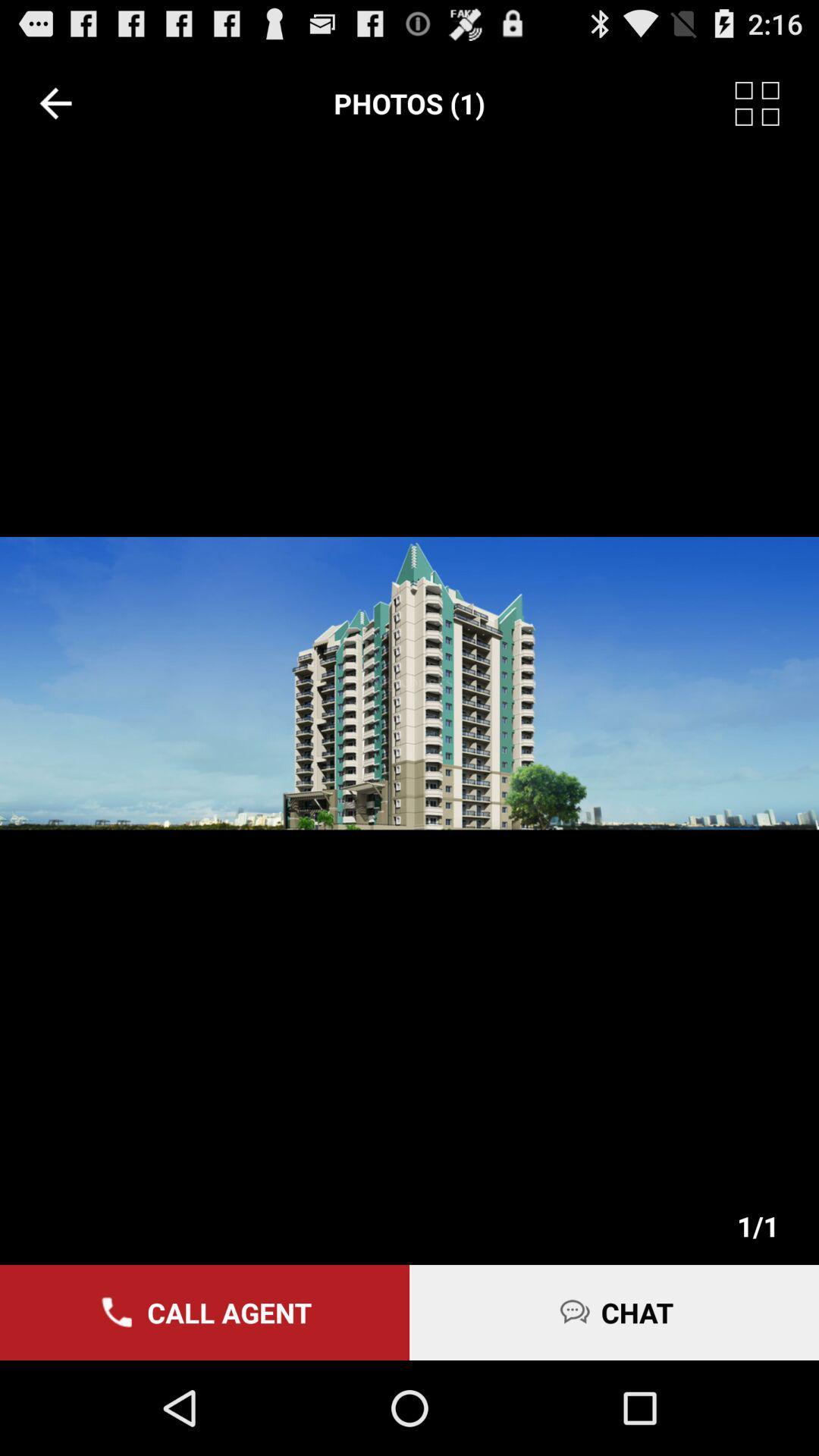  Describe the element at coordinates (777, 102) in the screenshot. I see `grid view option` at that location.